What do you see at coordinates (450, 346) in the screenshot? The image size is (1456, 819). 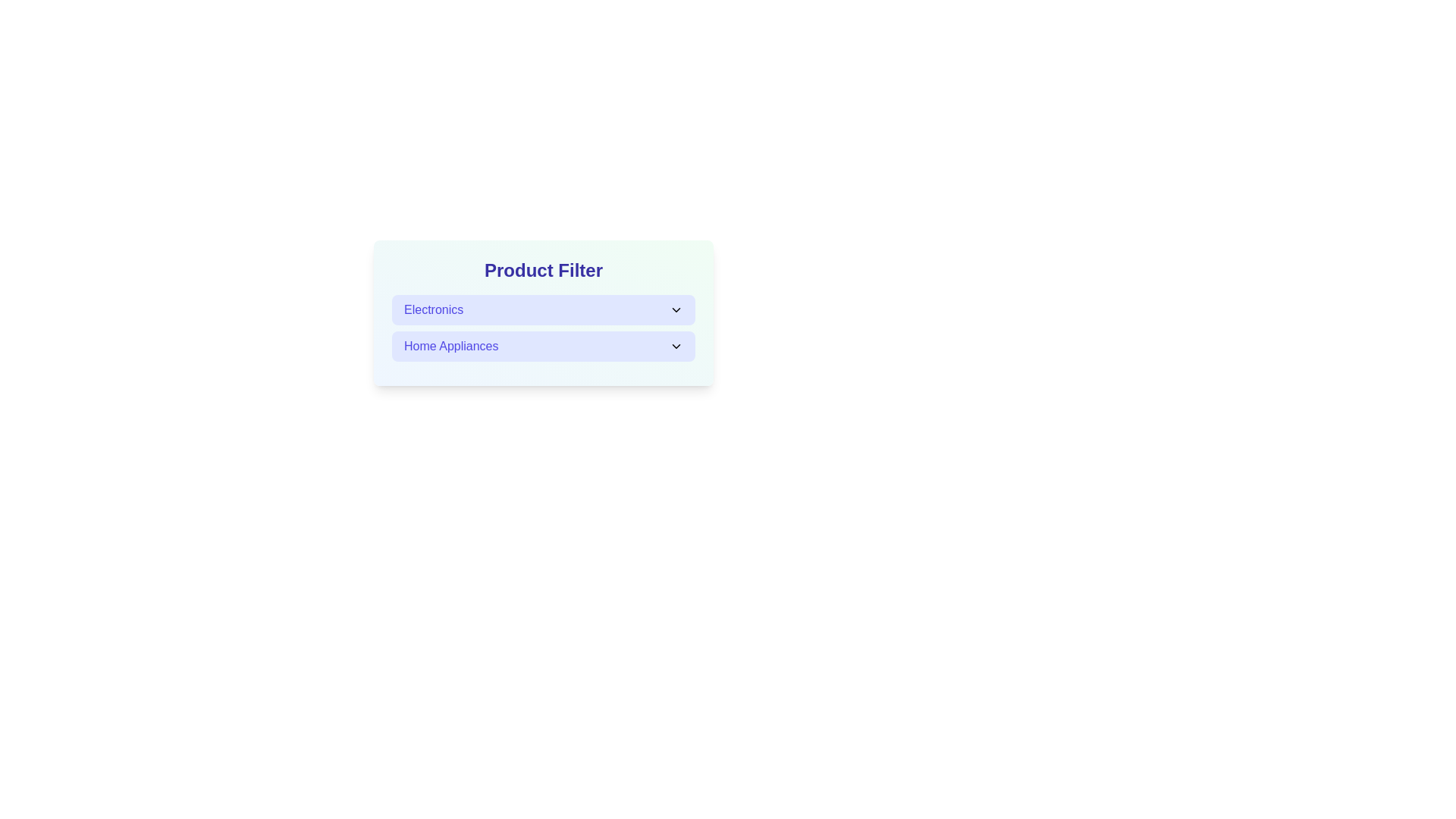 I see `the text label in the second row of the vertical list within the light blue 'Product Filter' panel, which identifies a category option` at bounding box center [450, 346].